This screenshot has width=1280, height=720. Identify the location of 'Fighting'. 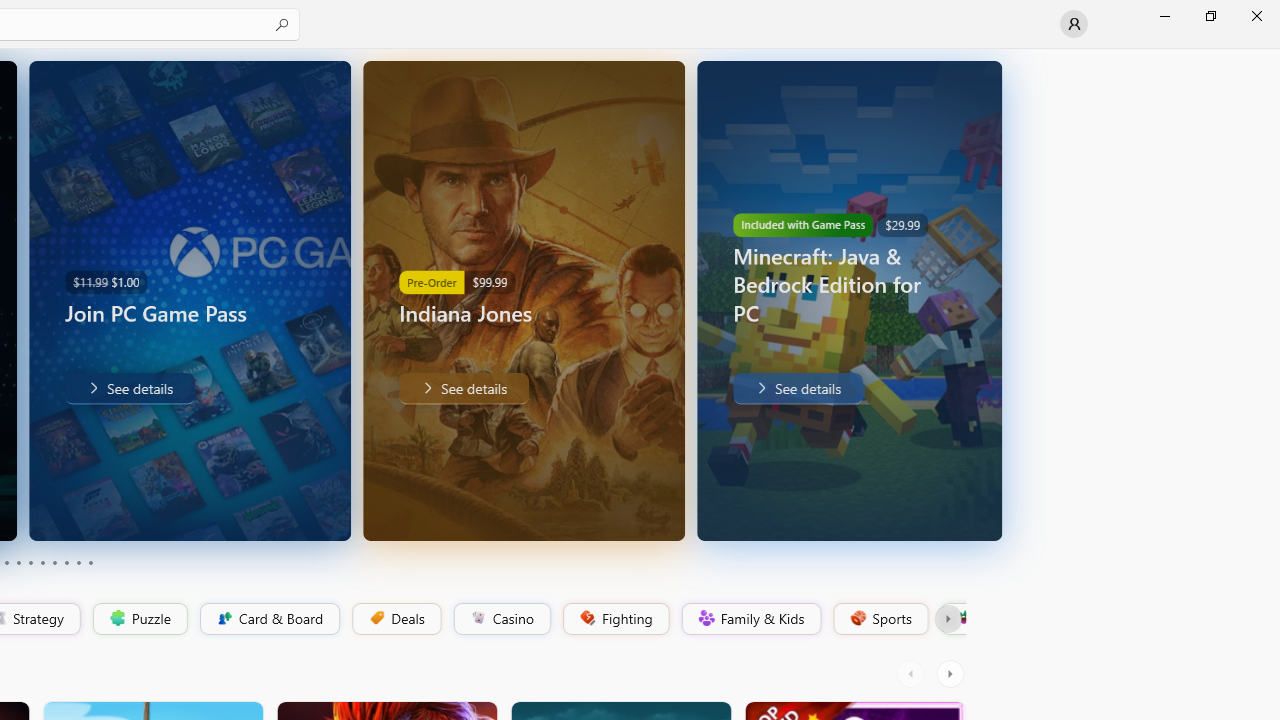
(614, 618).